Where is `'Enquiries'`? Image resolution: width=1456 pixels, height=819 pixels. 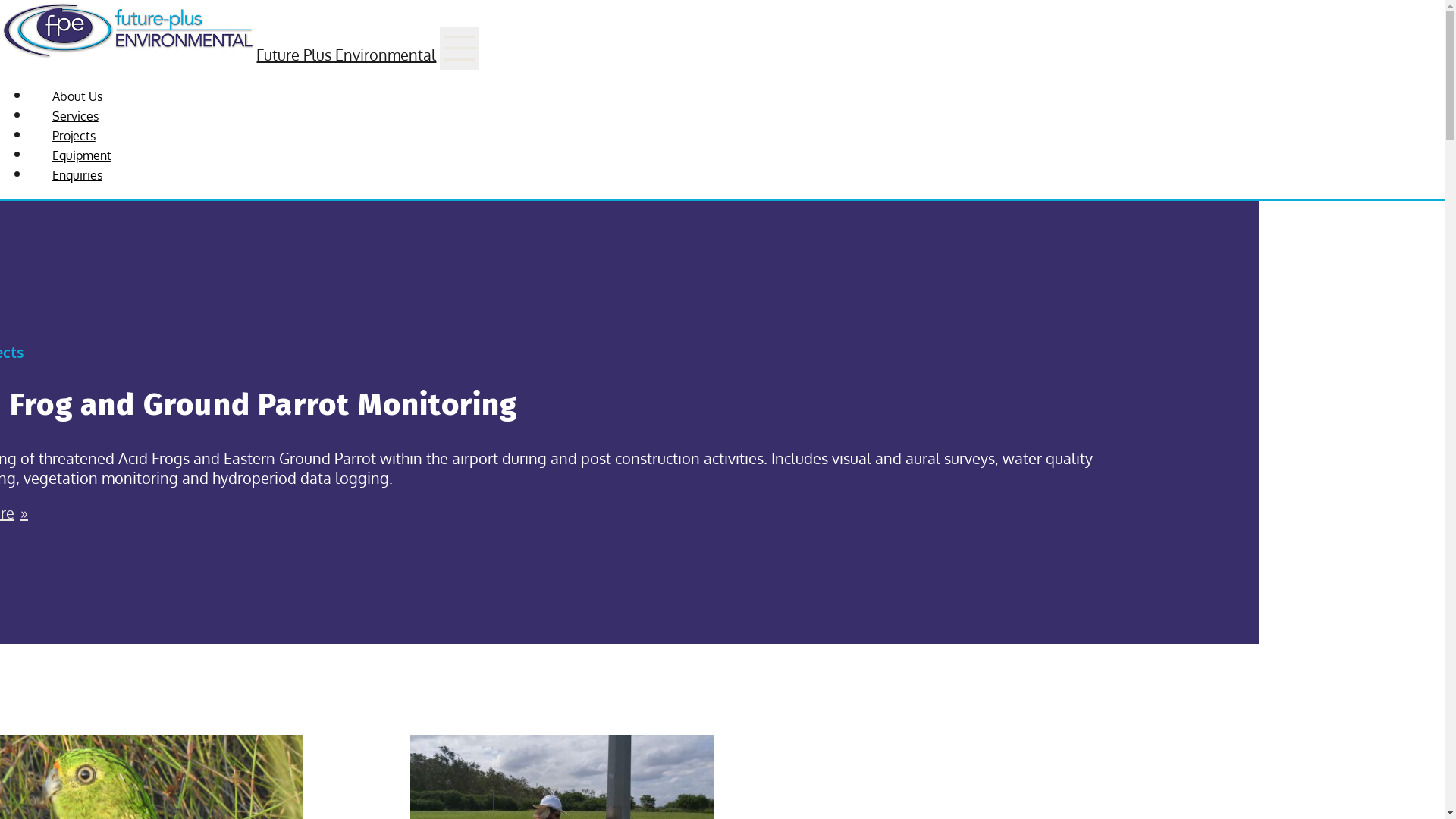
'Enquiries' is located at coordinates (76, 174).